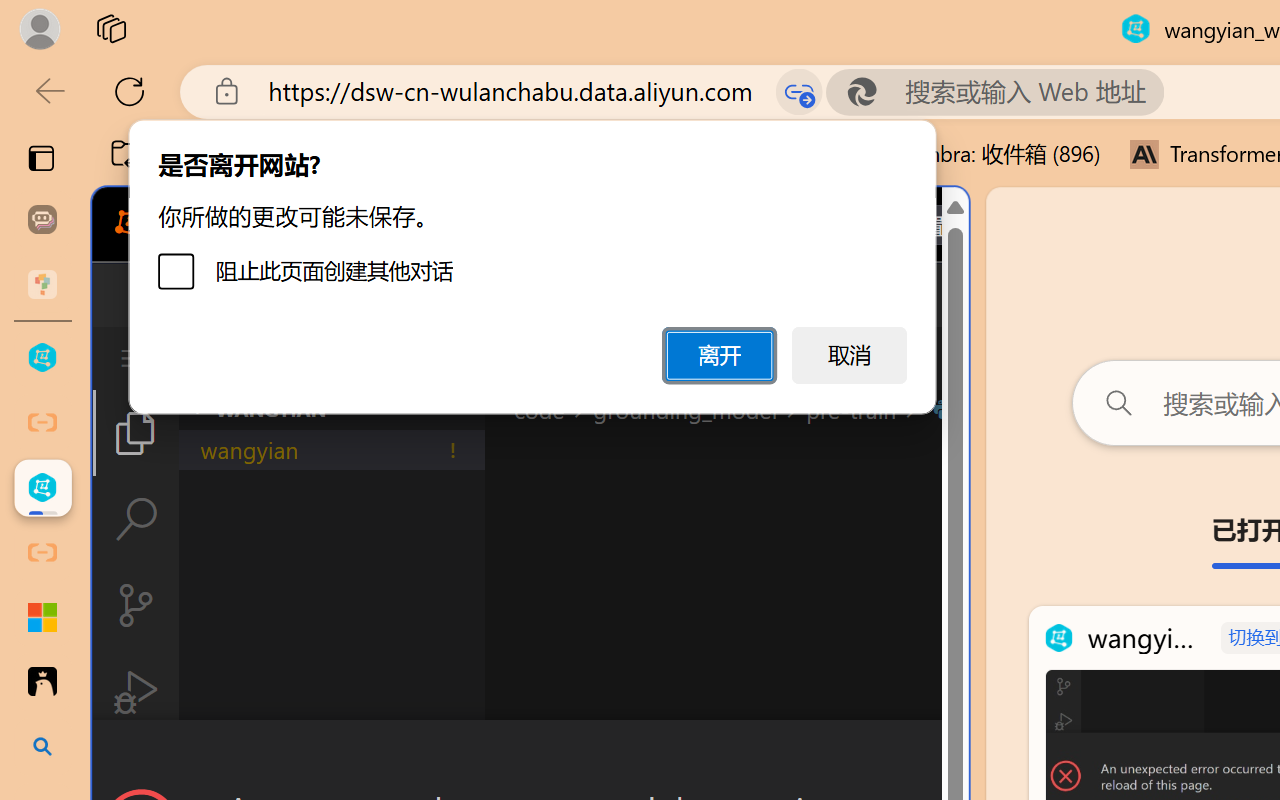  What do you see at coordinates (960, 756) in the screenshot?
I see `'Close Dialog'` at bounding box center [960, 756].